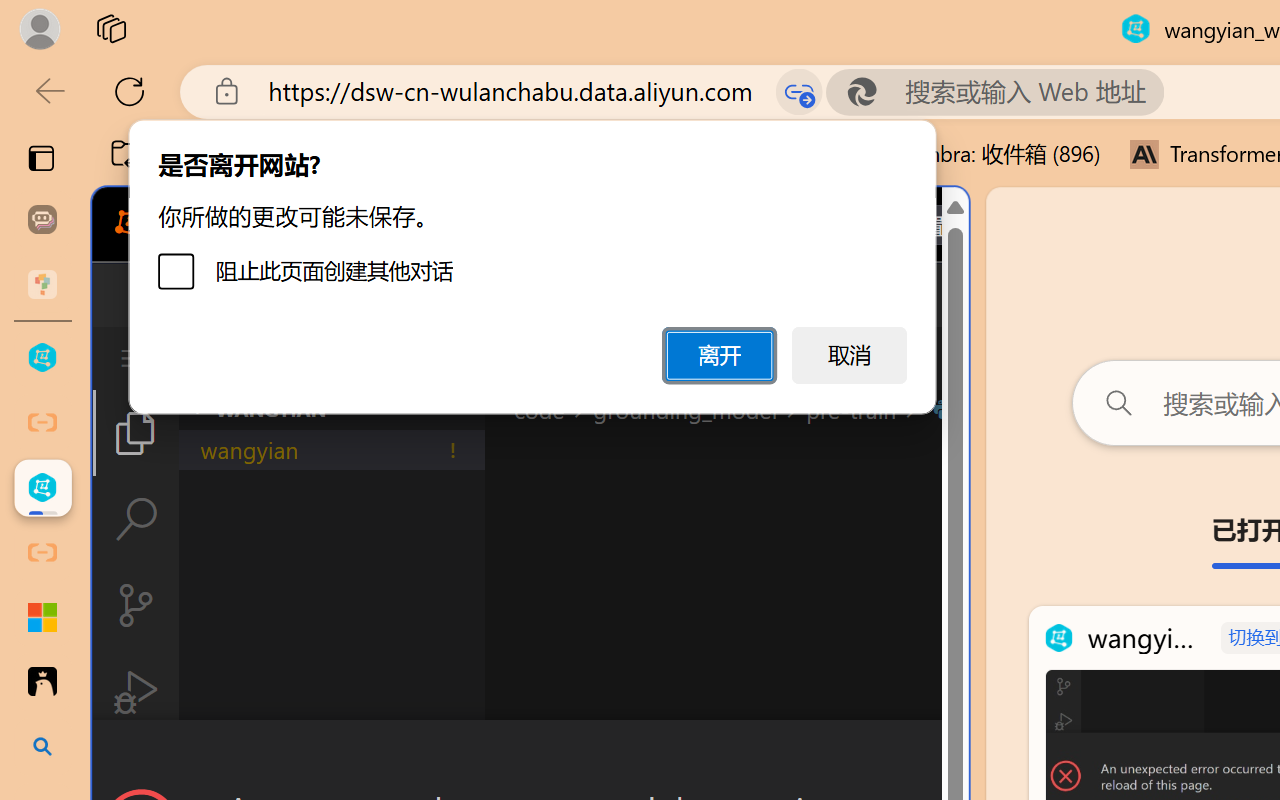  What do you see at coordinates (960, 756) in the screenshot?
I see `'Close Dialog'` at bounding box center [960, 756].